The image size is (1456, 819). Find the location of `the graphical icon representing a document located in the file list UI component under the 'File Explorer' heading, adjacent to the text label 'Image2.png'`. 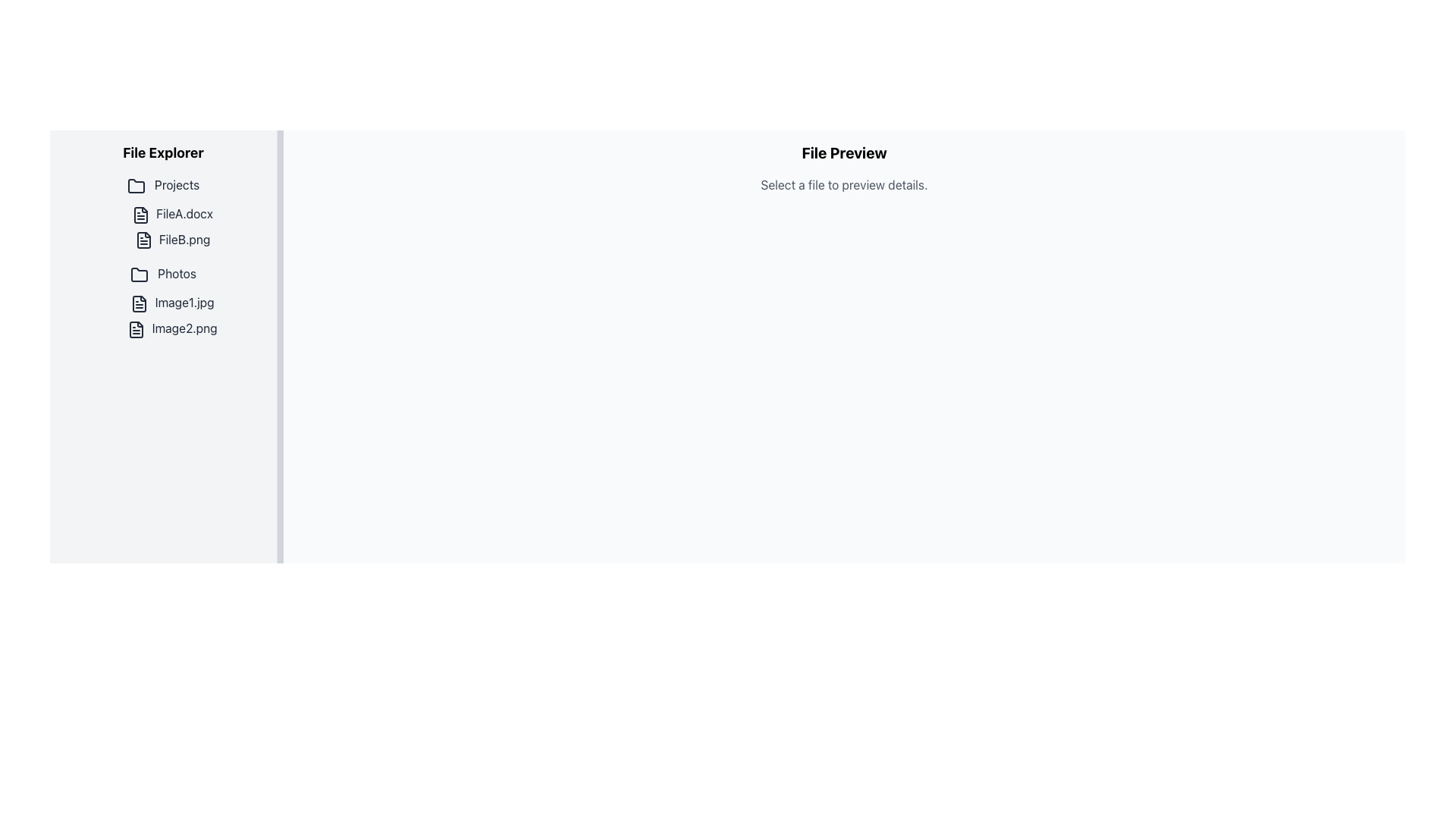

the graphical icon representing a document located in the file list UI component under the 'File Explorer' heading, adjacent to the text label 'Image2.png' is located at coordinates (136, 328).